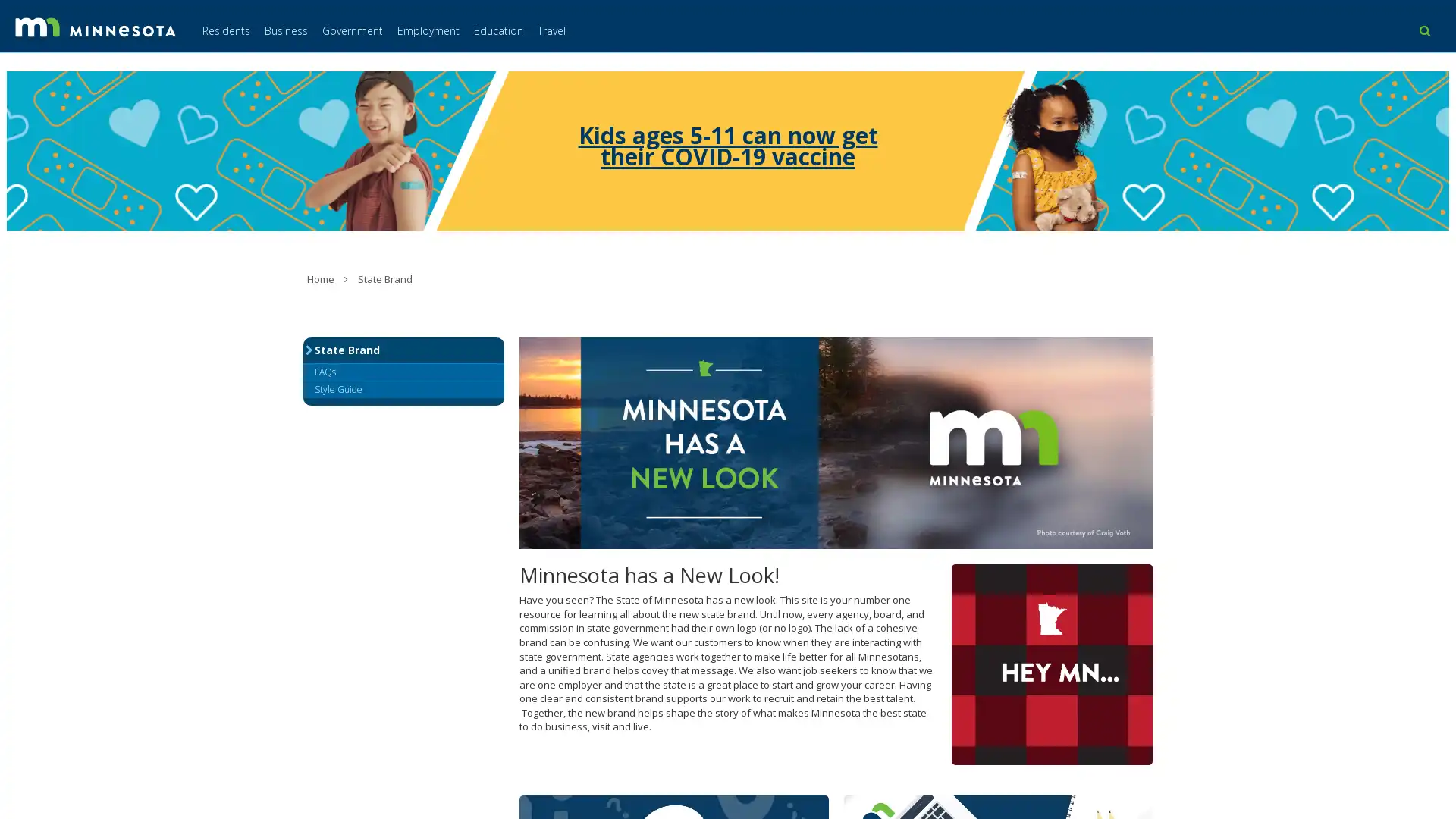 This screenshot has height=819, width=1456. Describe the element at coordinates (1424, 30) in the screenshot. I see `use this button to toggle the search field` at that location.